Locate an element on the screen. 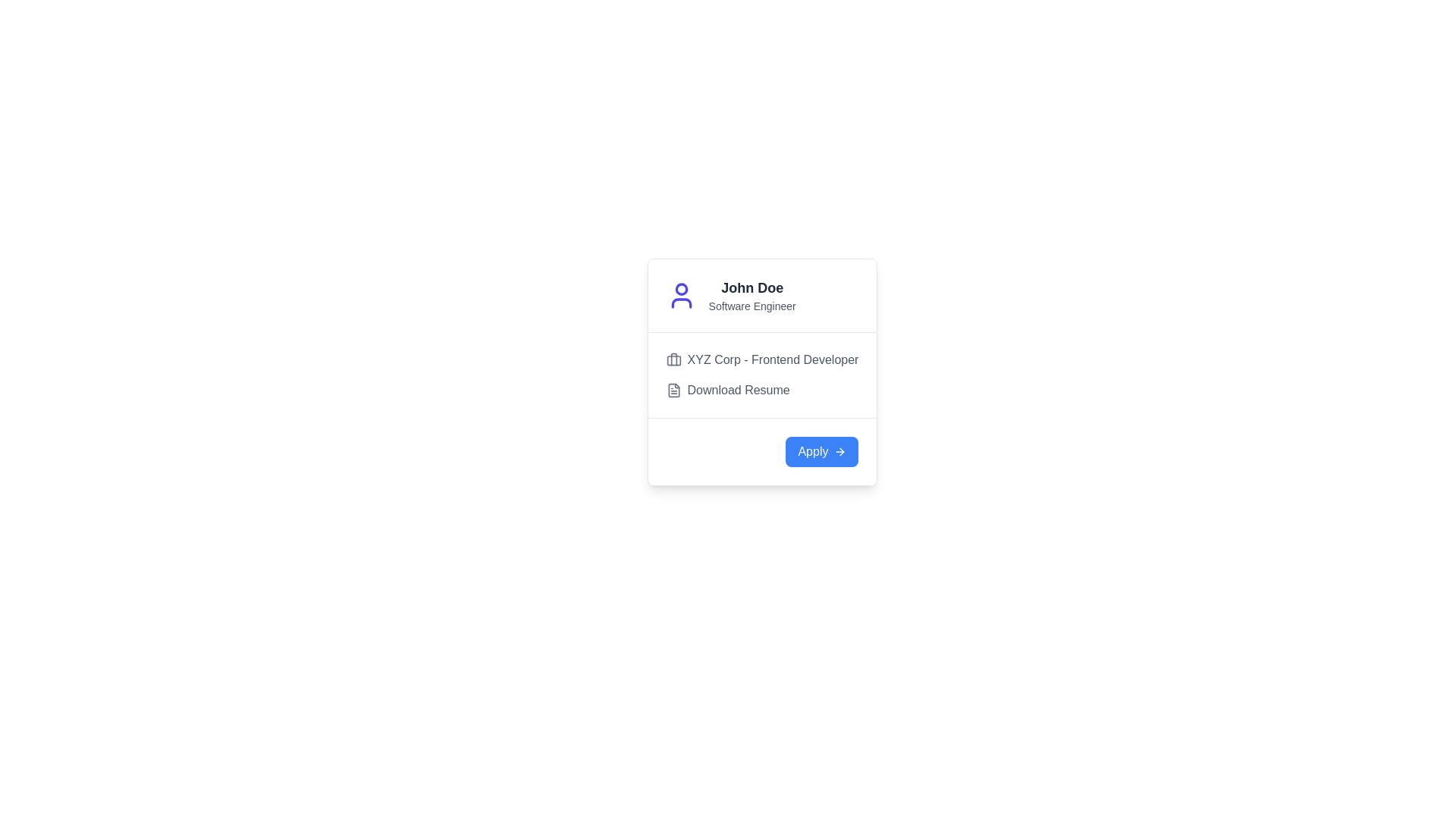 The image size is (1456, 819). the arrow icon indicating the direction of the 'Apply' action, located to the far right inside the 'Apply' button is located at coordinates (839, 451).